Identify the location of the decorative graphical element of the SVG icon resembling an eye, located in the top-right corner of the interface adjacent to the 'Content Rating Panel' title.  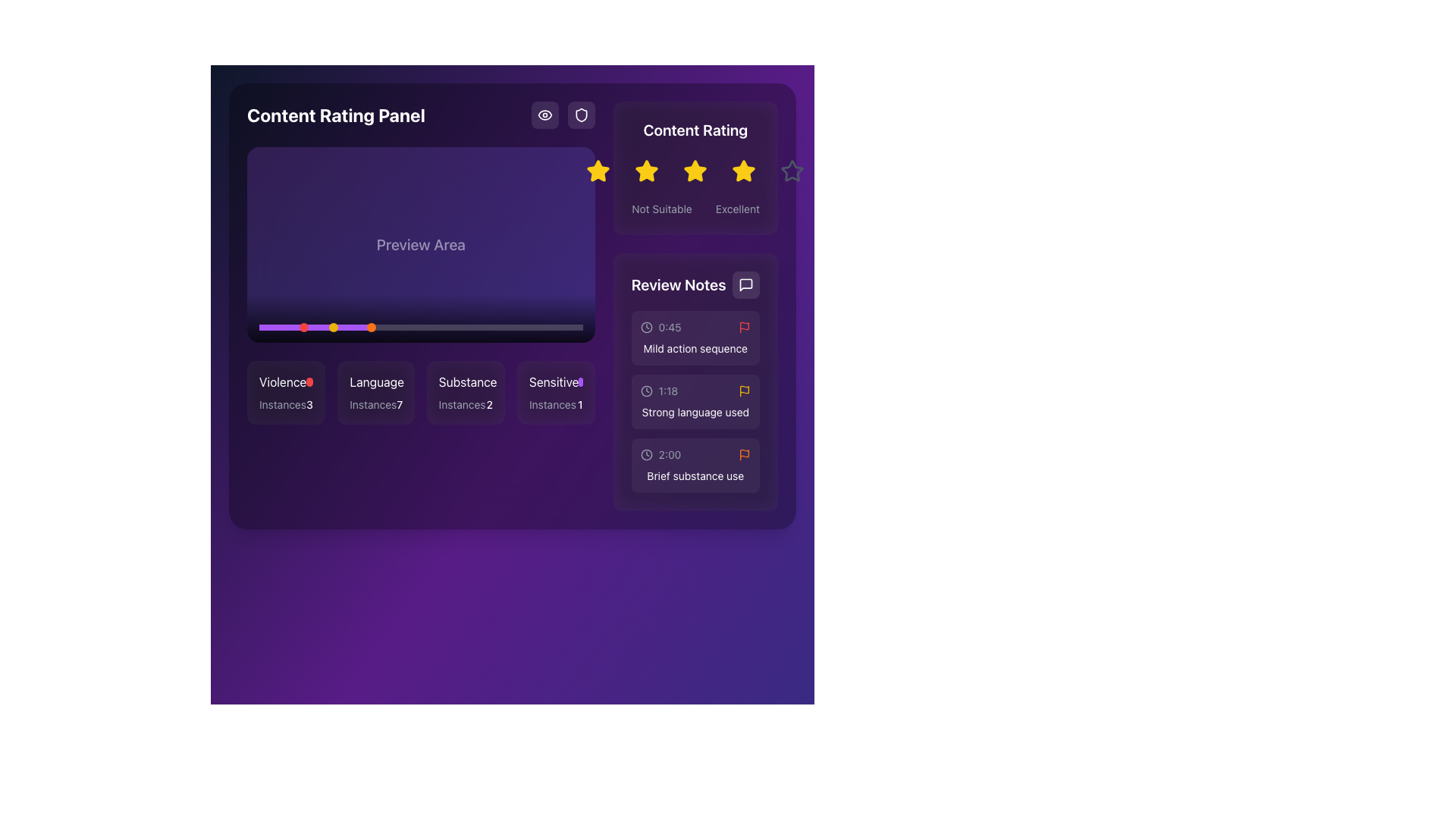
(544, 114).